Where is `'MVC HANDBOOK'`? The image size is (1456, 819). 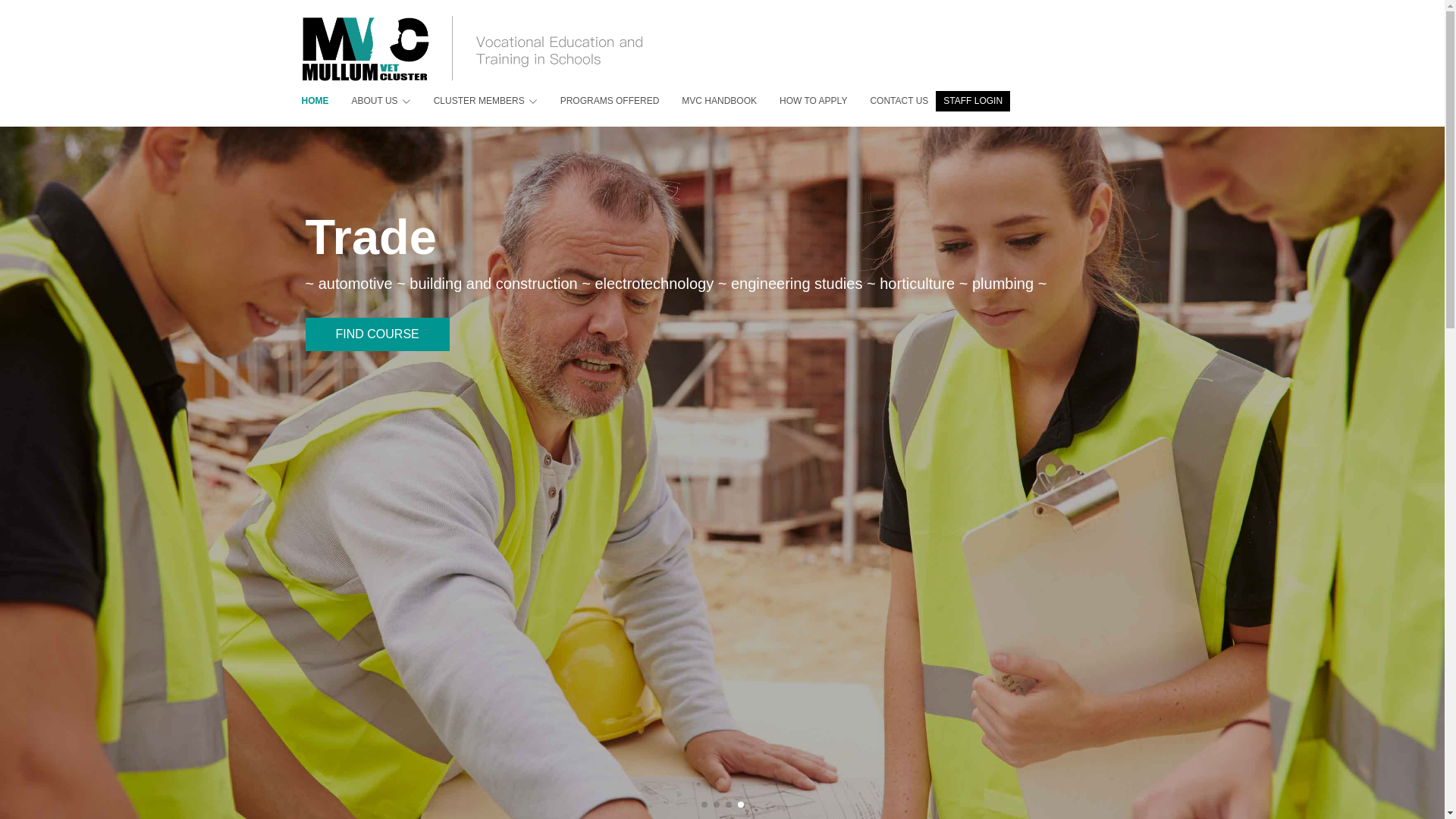
'MVC HANDBOOK' is located at coordinates (707, 101).